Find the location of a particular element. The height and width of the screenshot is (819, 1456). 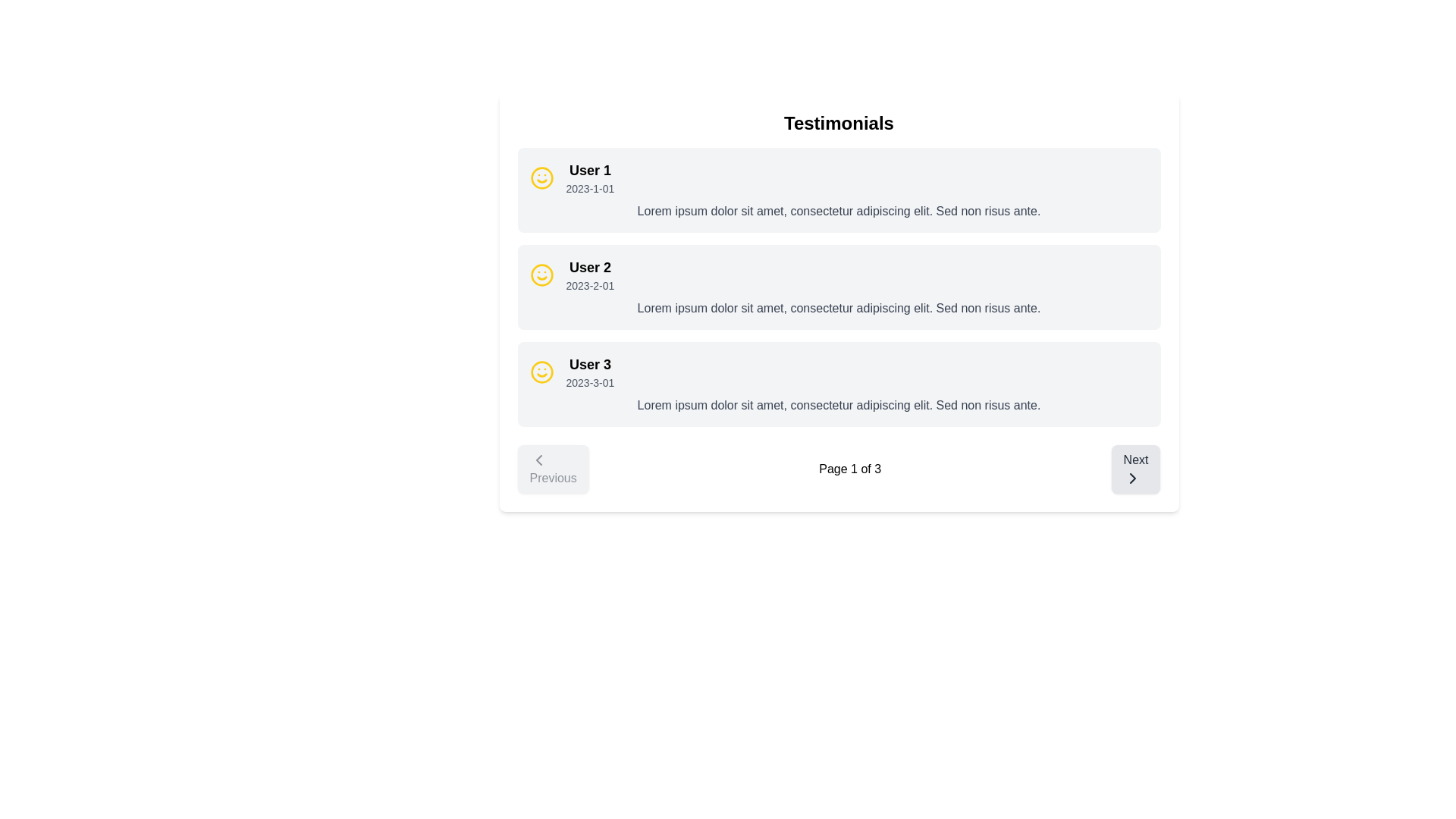

the text label identifying a specific user's testimonial located in the second row under the 'Testimonials' section, positioned above the date '2023-2-01' and next to a smiley face icon is located at coordinates (589, 267).